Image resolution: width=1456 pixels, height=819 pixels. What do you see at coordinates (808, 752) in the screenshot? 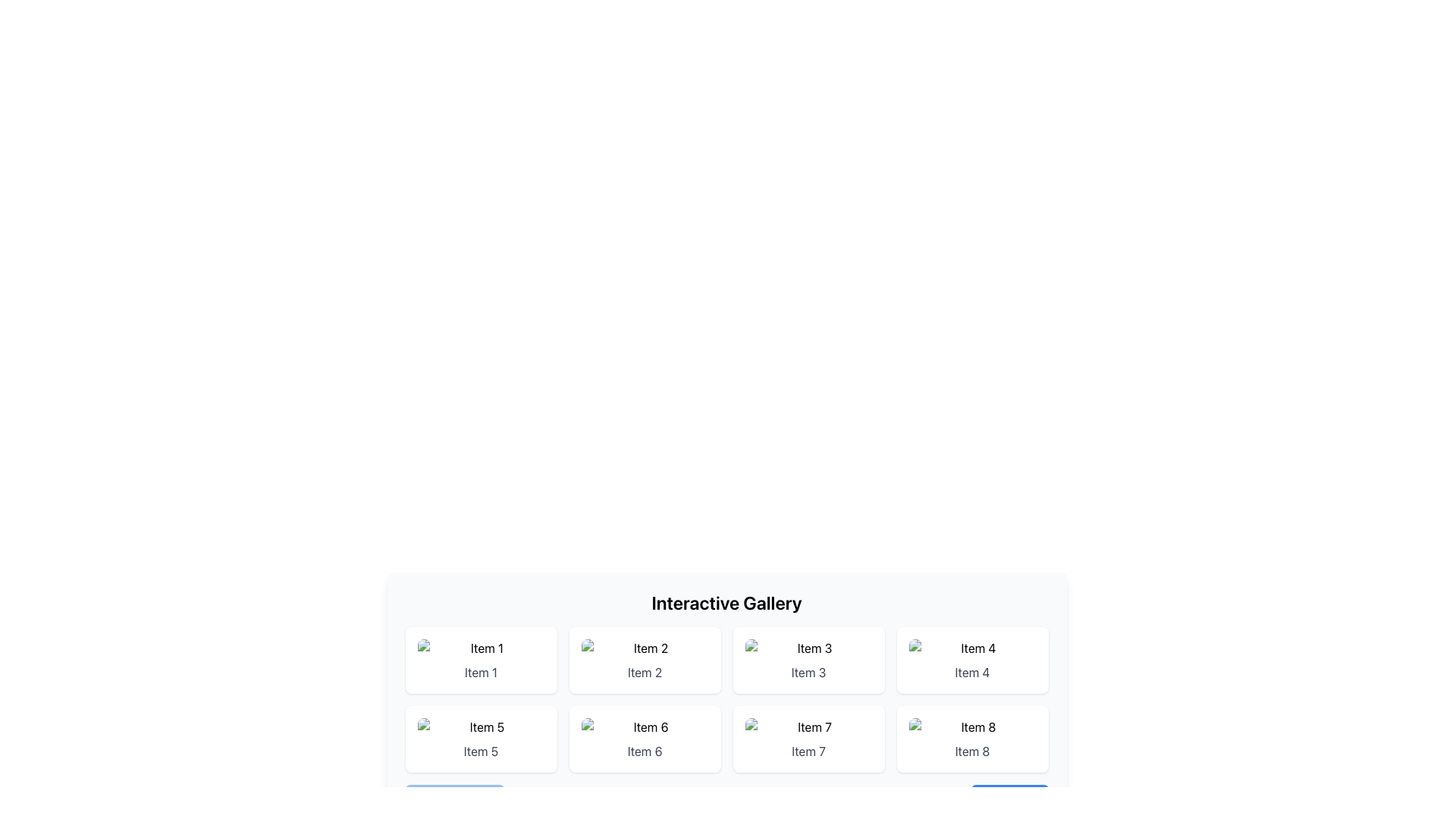
I see `the text element labeled 'Item 7', which is located below the image in the third row and third column of the interactive gallery's grid layout` at bounding box center [808, 752].